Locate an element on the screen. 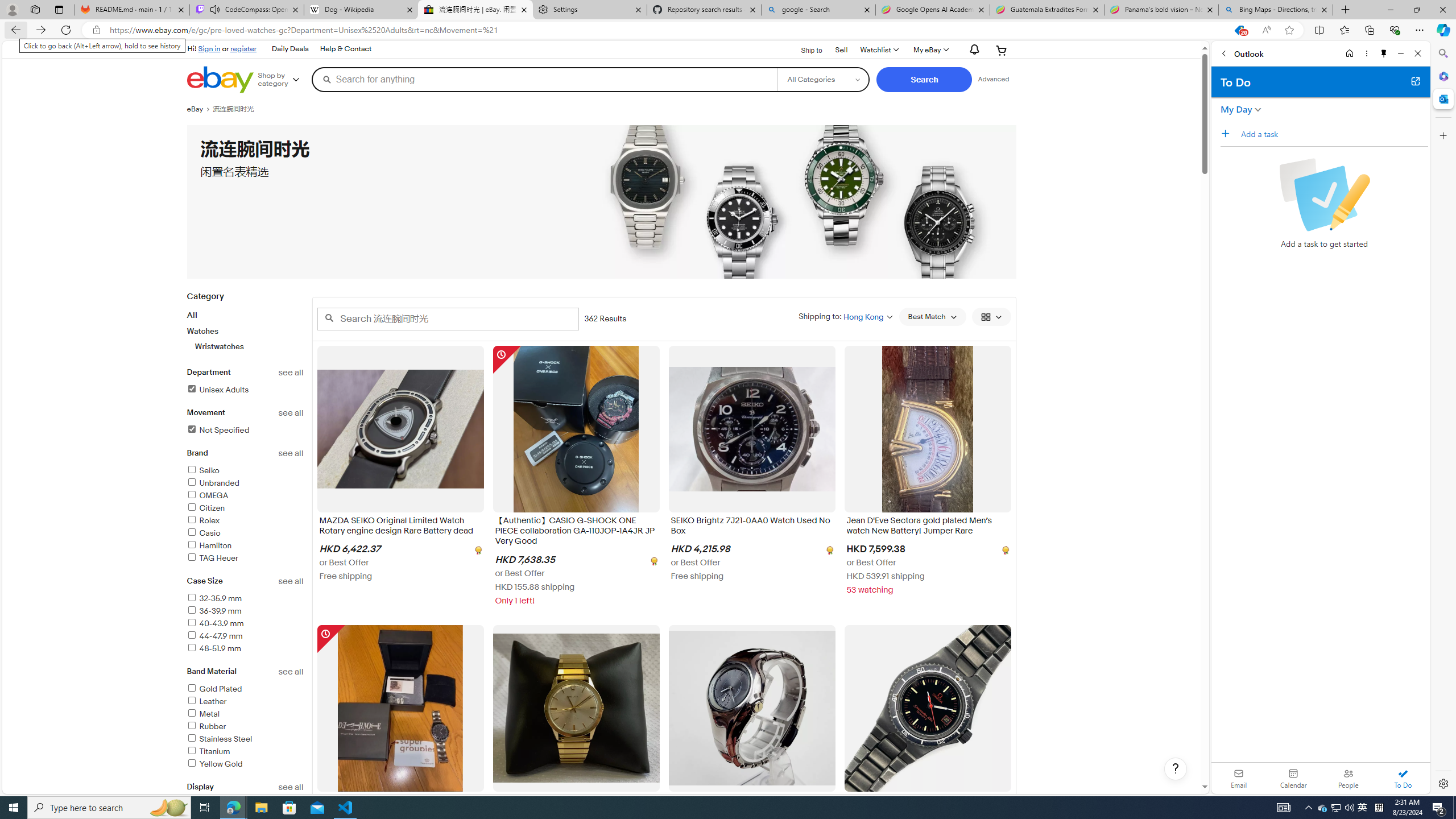  'Sign in' is located at coordinates (209, 48).